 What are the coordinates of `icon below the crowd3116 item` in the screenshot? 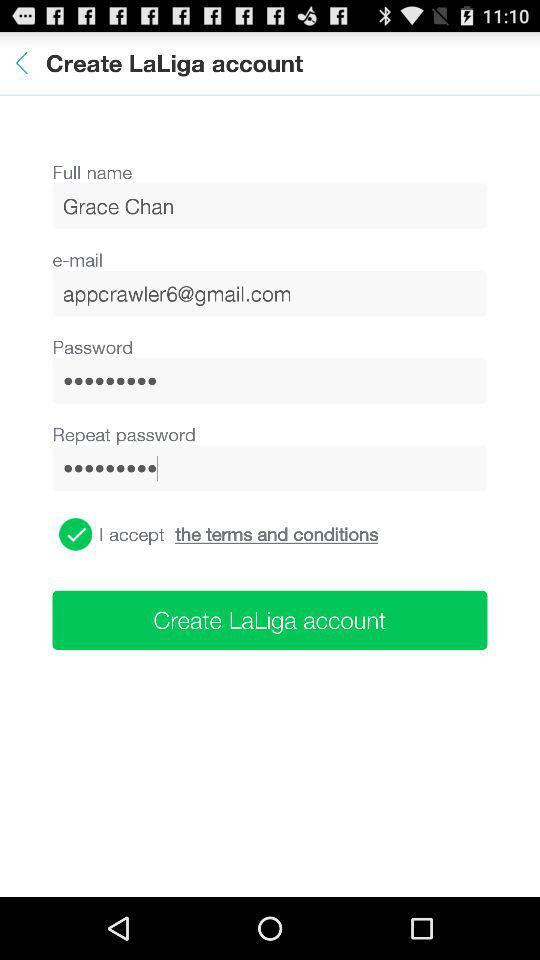 It's located at (275, 533).